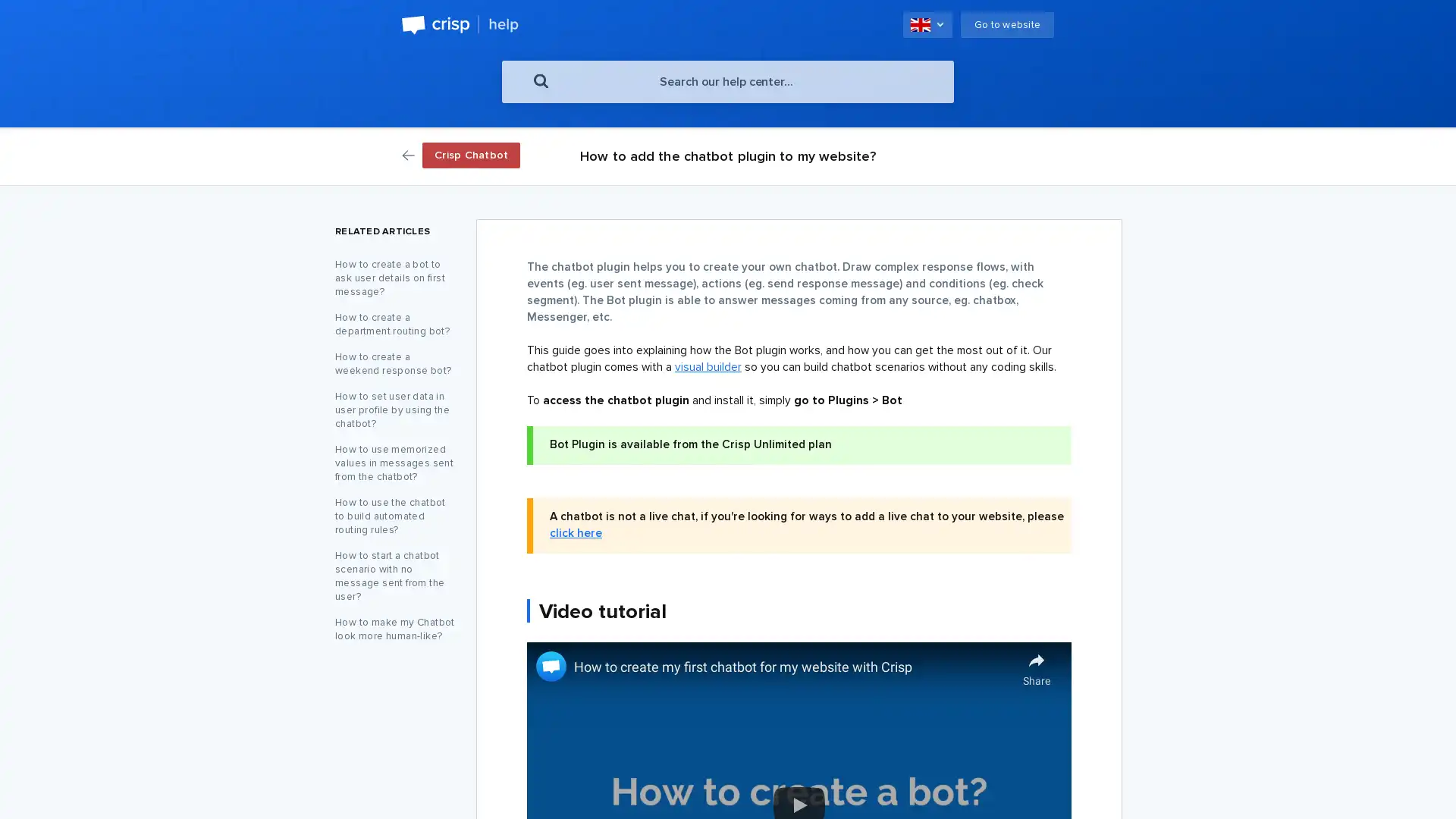 This screenshot has width=1456, height=819. Describe the element at coordinates (1414, 780) in the screenshot. I see `Questions? Chat with us! Support is online. Chat with Crisp Team` at that location.